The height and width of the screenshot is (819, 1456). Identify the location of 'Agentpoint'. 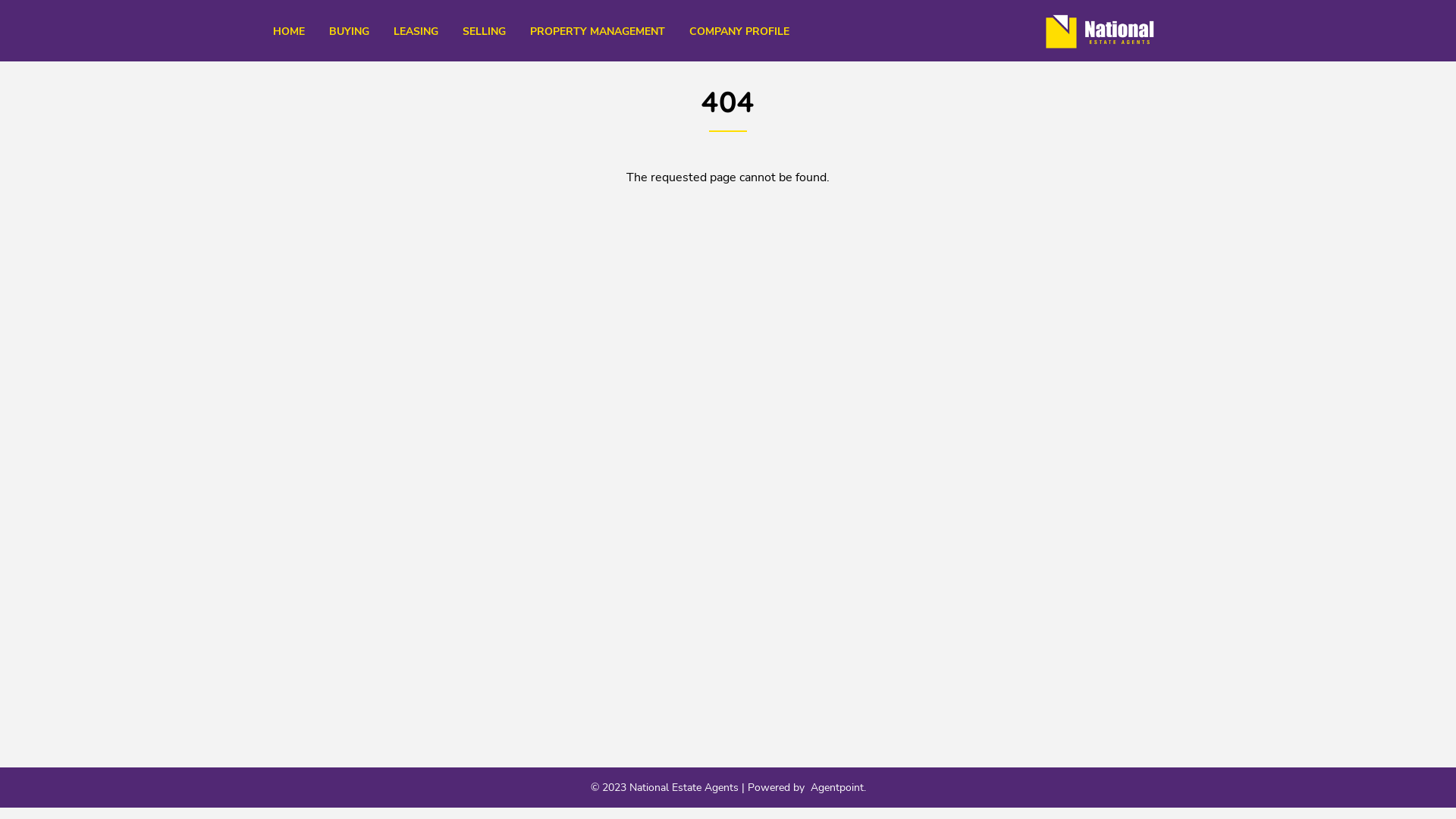
(836, 786).